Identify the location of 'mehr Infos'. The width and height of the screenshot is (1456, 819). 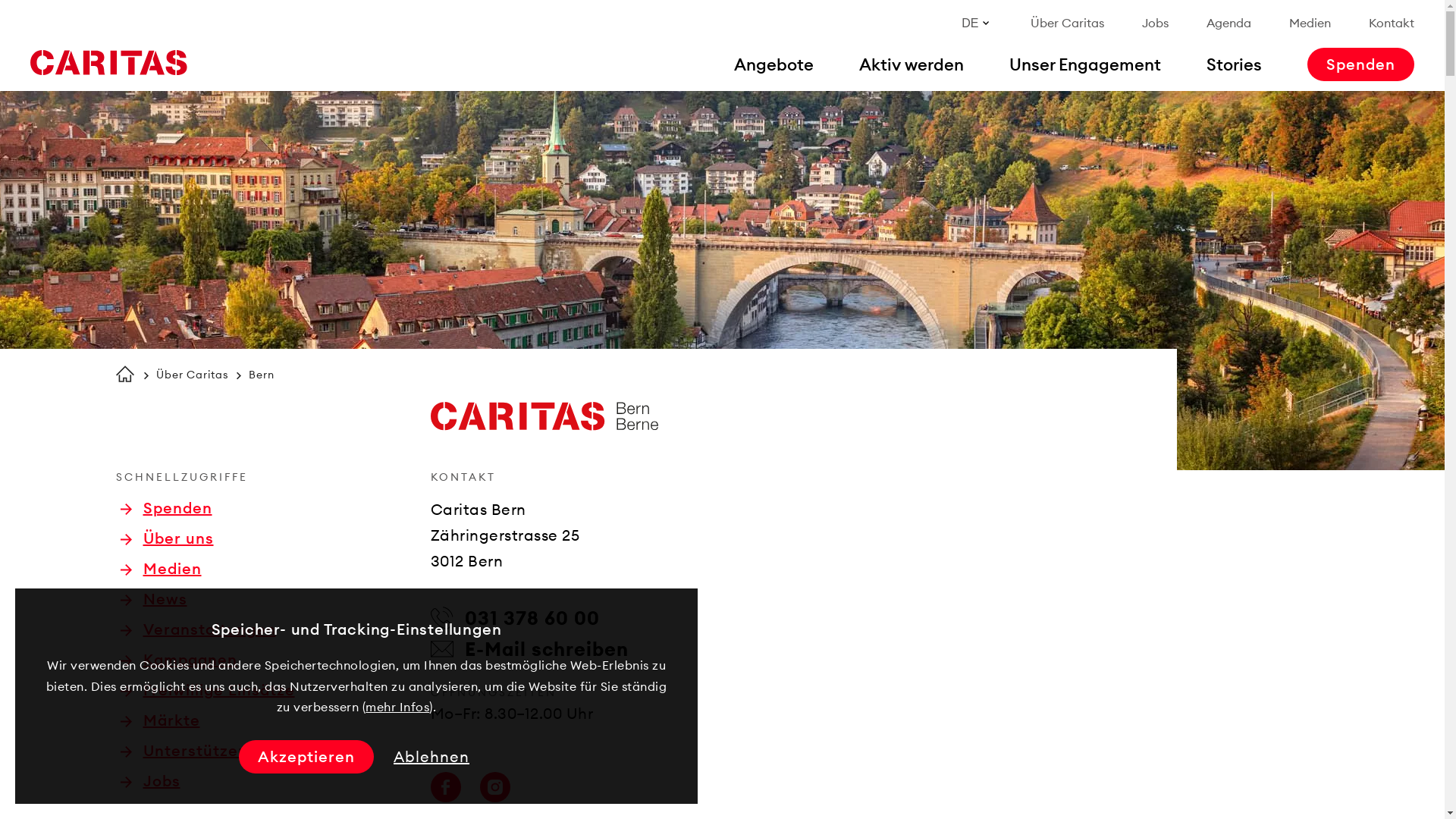
(397, 707).